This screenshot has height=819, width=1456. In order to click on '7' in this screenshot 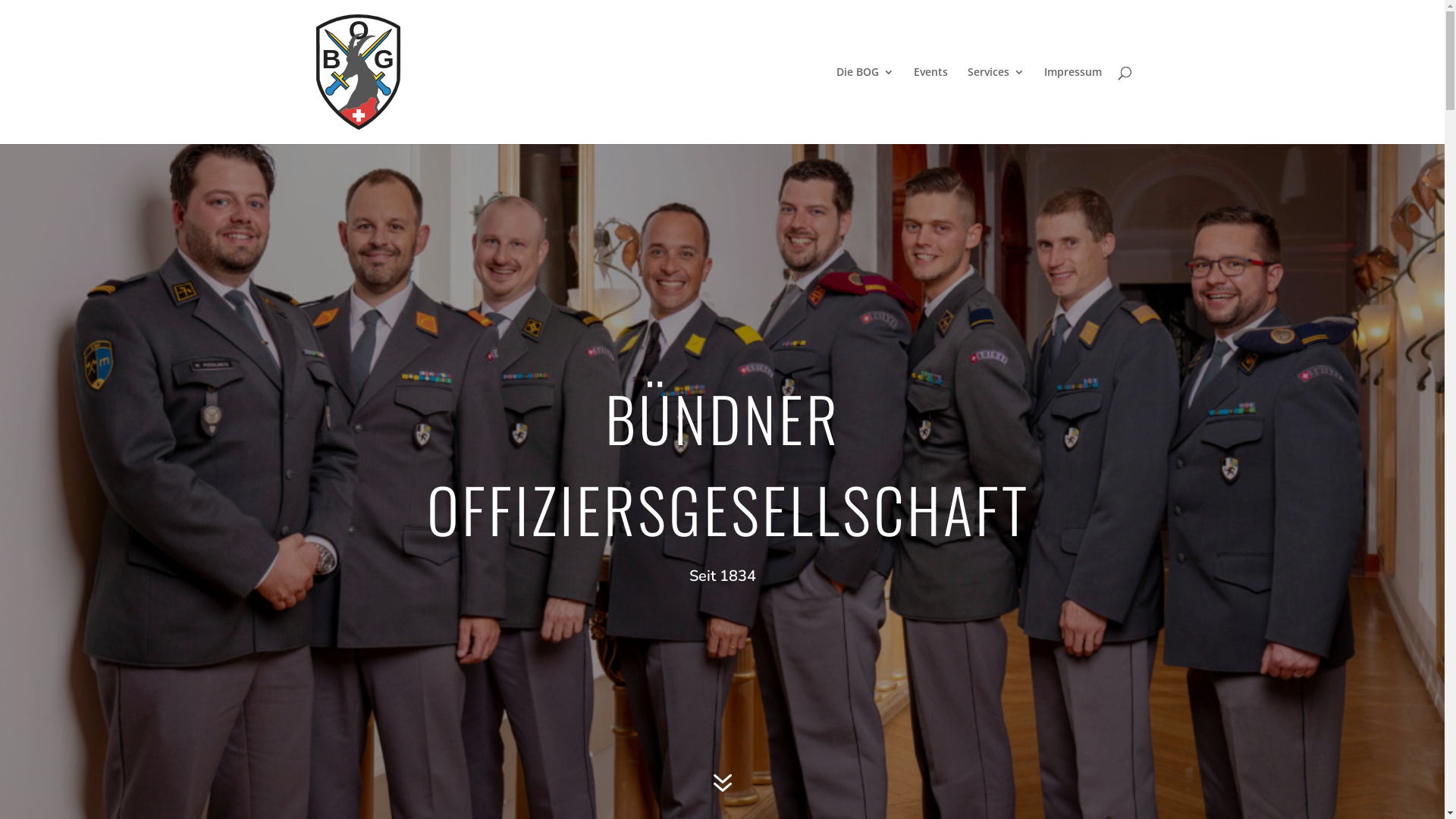, I will do `click(702, 783)`.